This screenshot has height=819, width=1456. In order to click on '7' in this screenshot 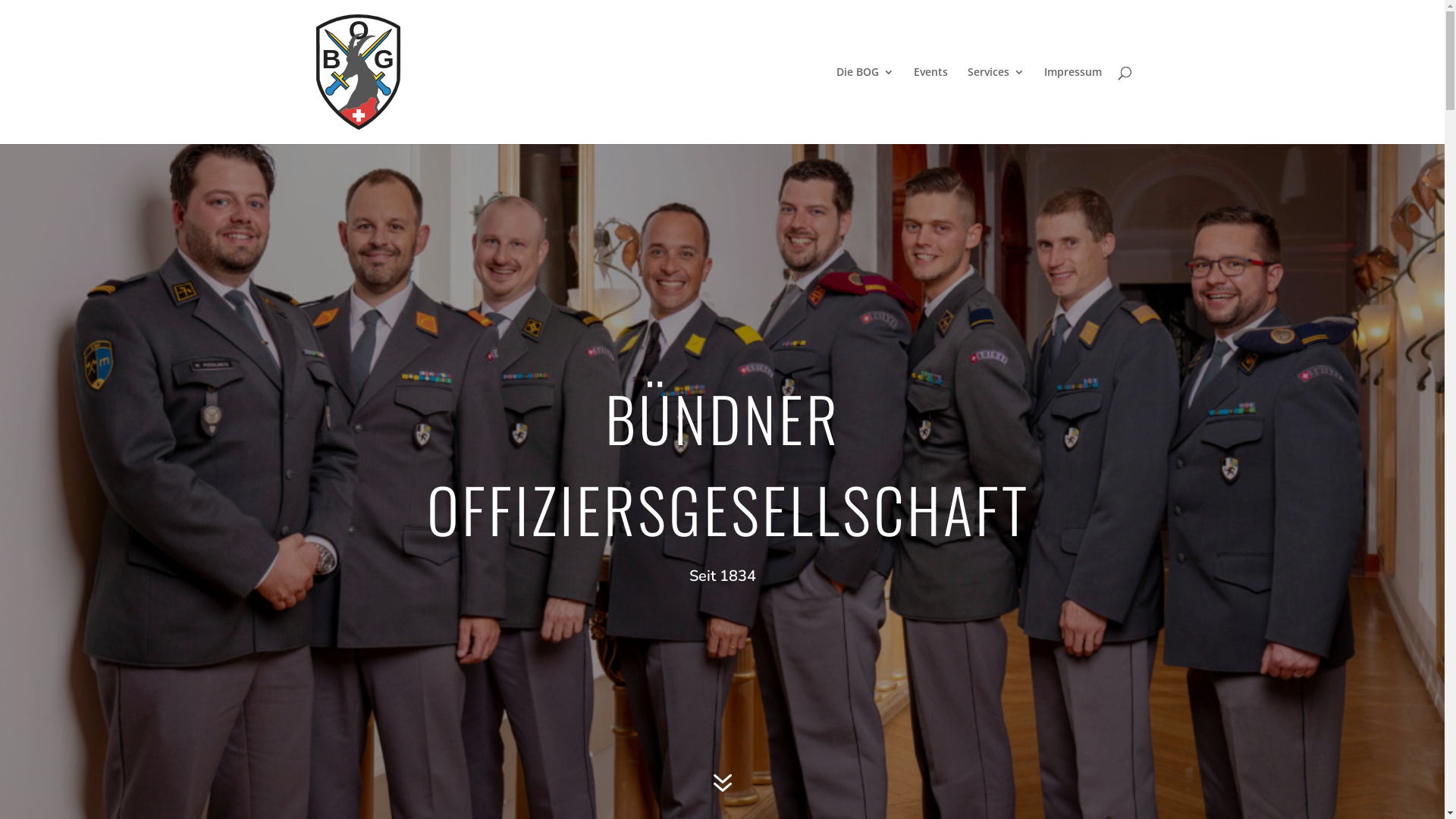, I will do `click(702, 783)`.